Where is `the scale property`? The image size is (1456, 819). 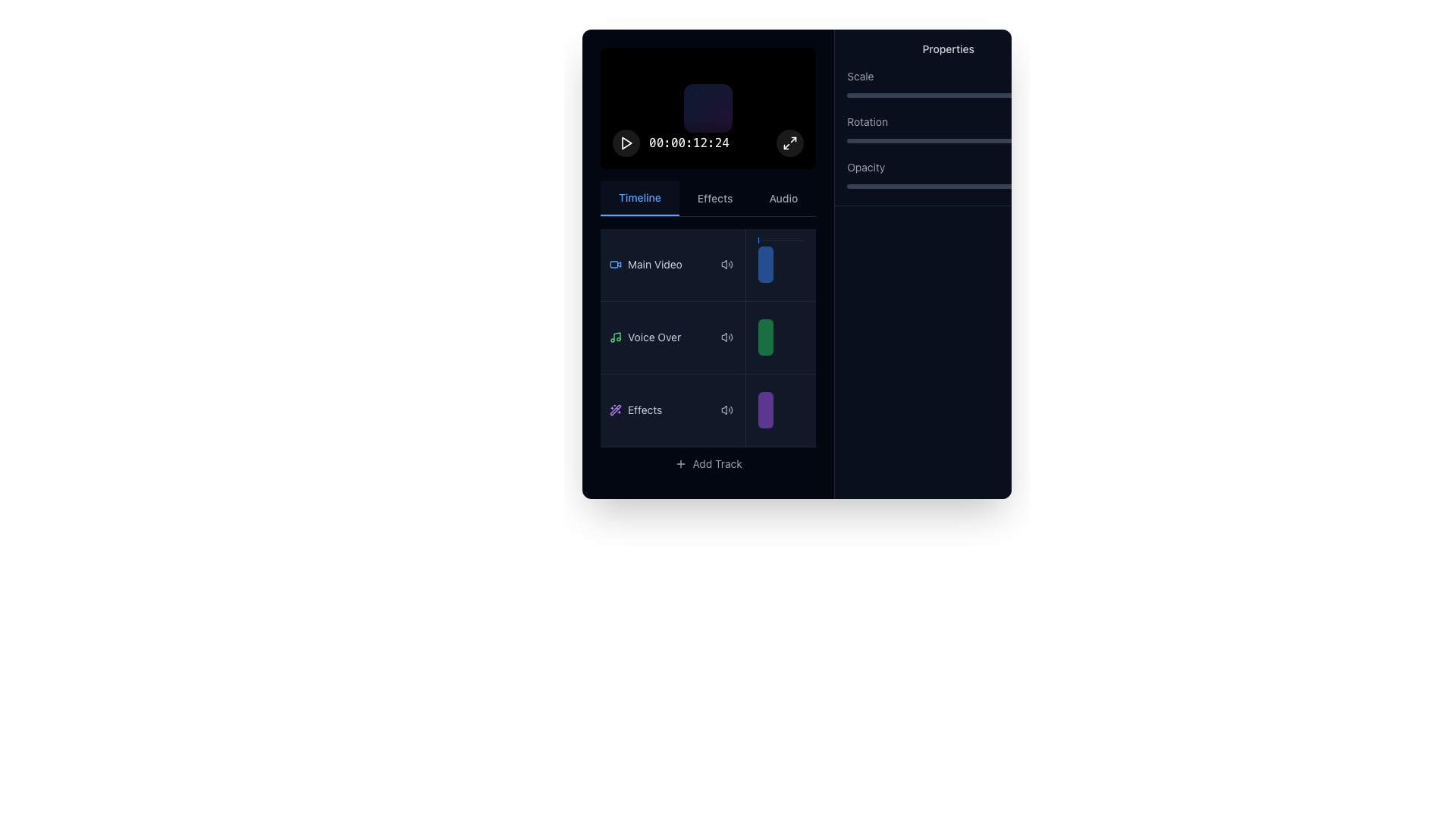 the scale property is located at coordinates (913, 96).